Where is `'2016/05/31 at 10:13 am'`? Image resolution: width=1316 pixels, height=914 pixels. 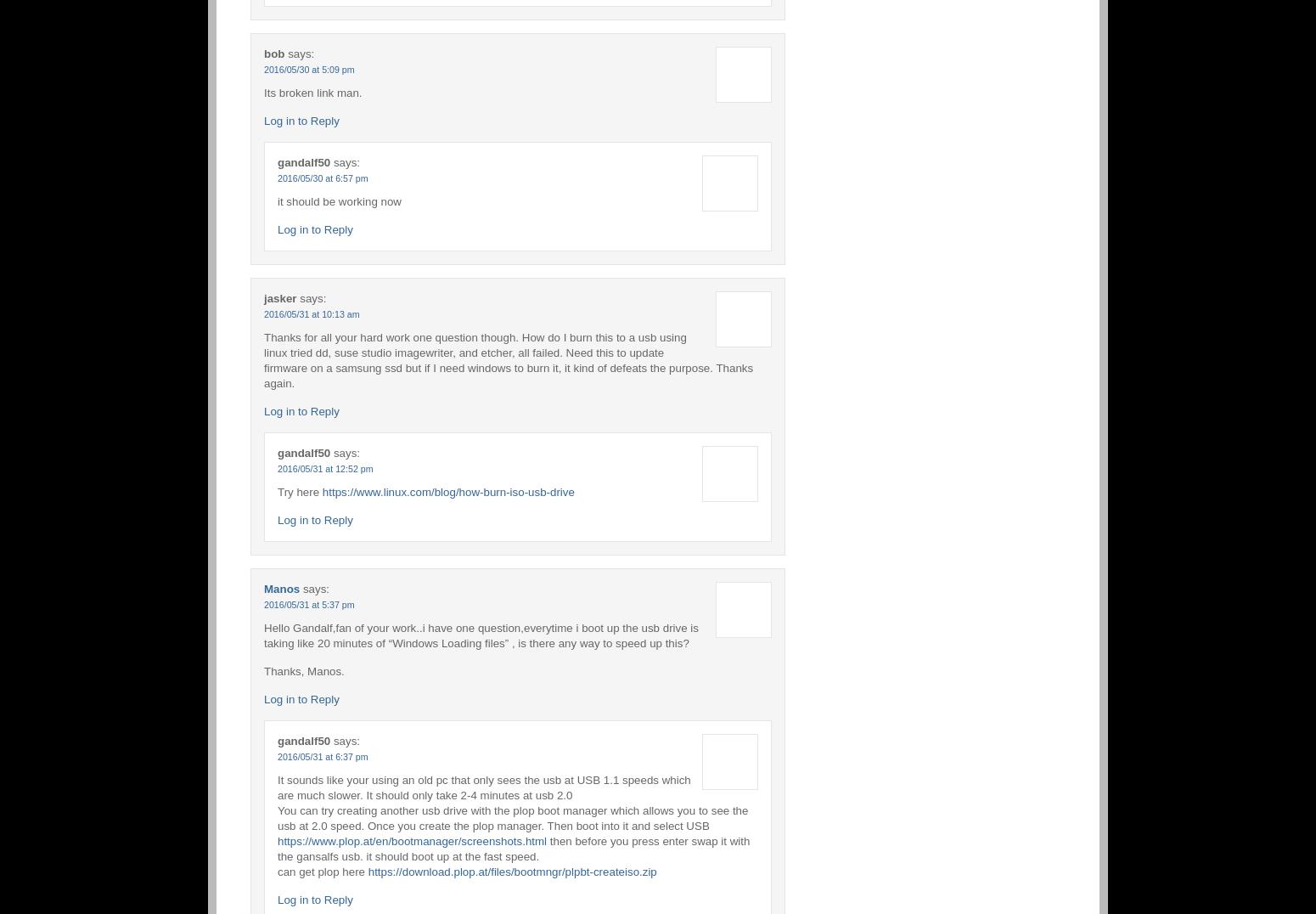
'2016/05/31 at 10:13 am' is located at coordinates (263, 312).